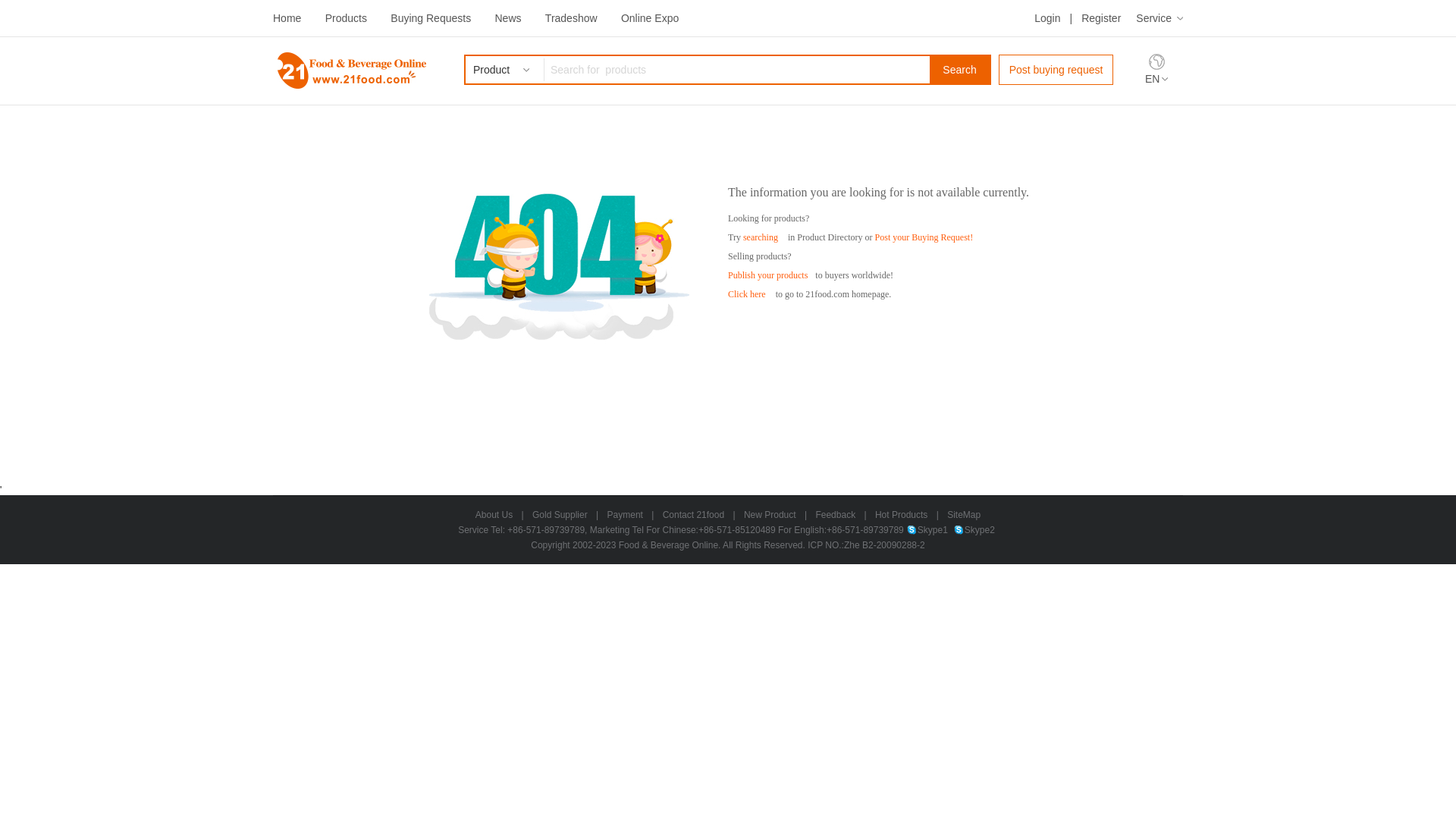 The image size is (1456, 819). What do you see at coordinates (959, 70) in the screenshot?
I see `'Search'` at bounding box center [959, 70].